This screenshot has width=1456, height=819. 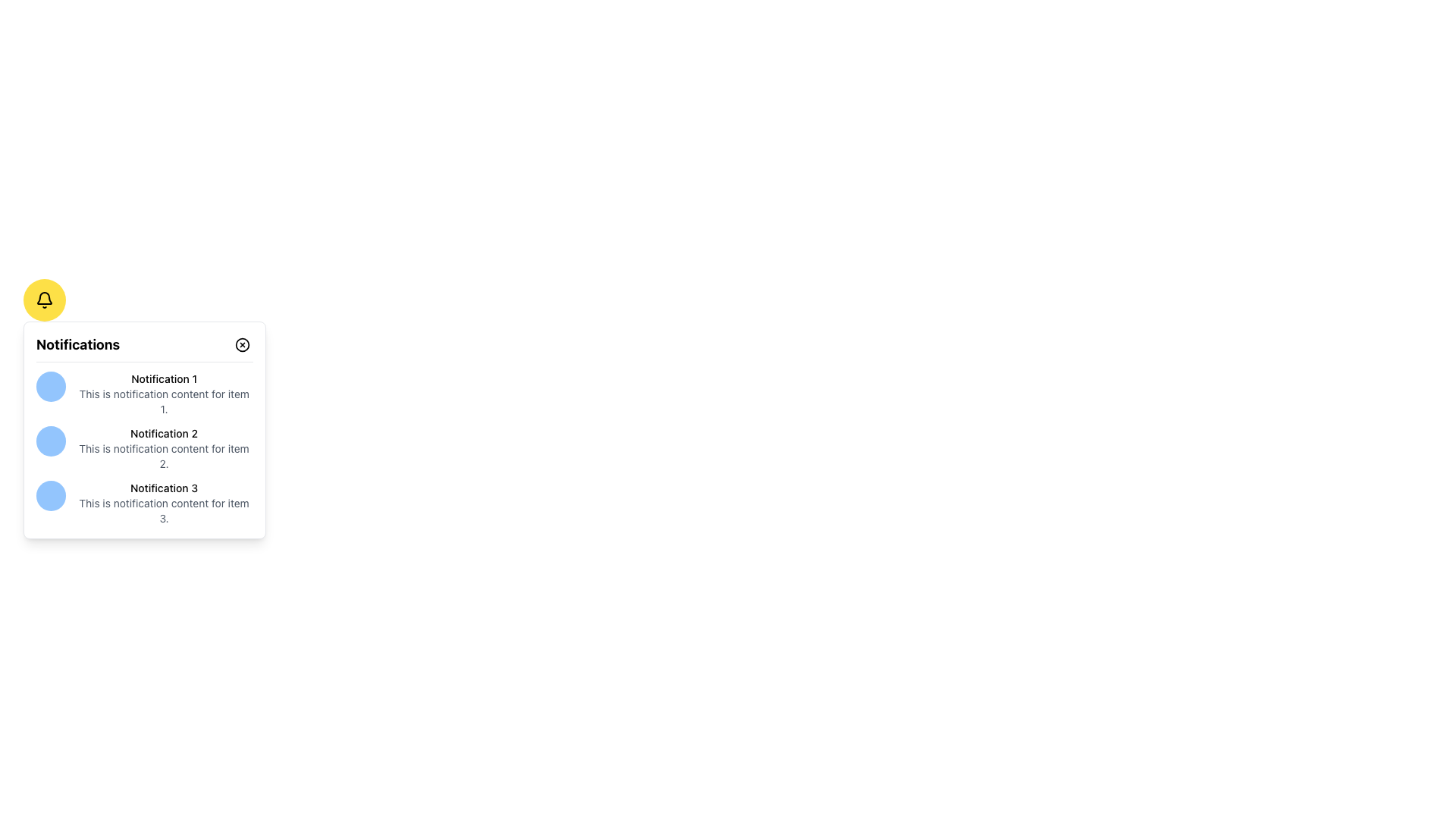 I want to click on the black bell-shaped SVG icon with a hollow stroke design, which is centrally located within a yellow circular button, so click(x=44, y=300).